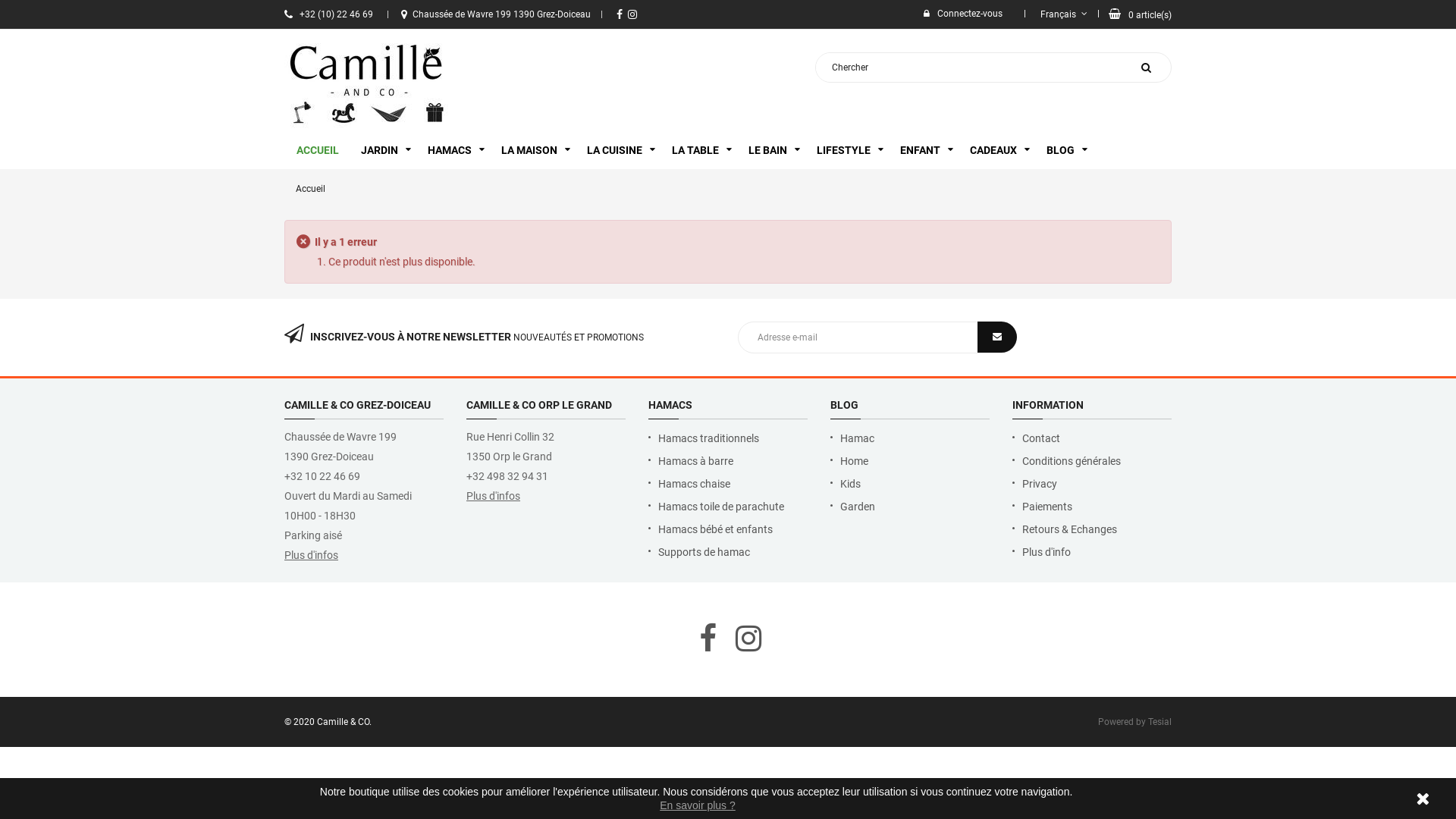 The height and width of the screenshot is (819, 1456). I want to click on 'Paiements', so click(1012, 506).